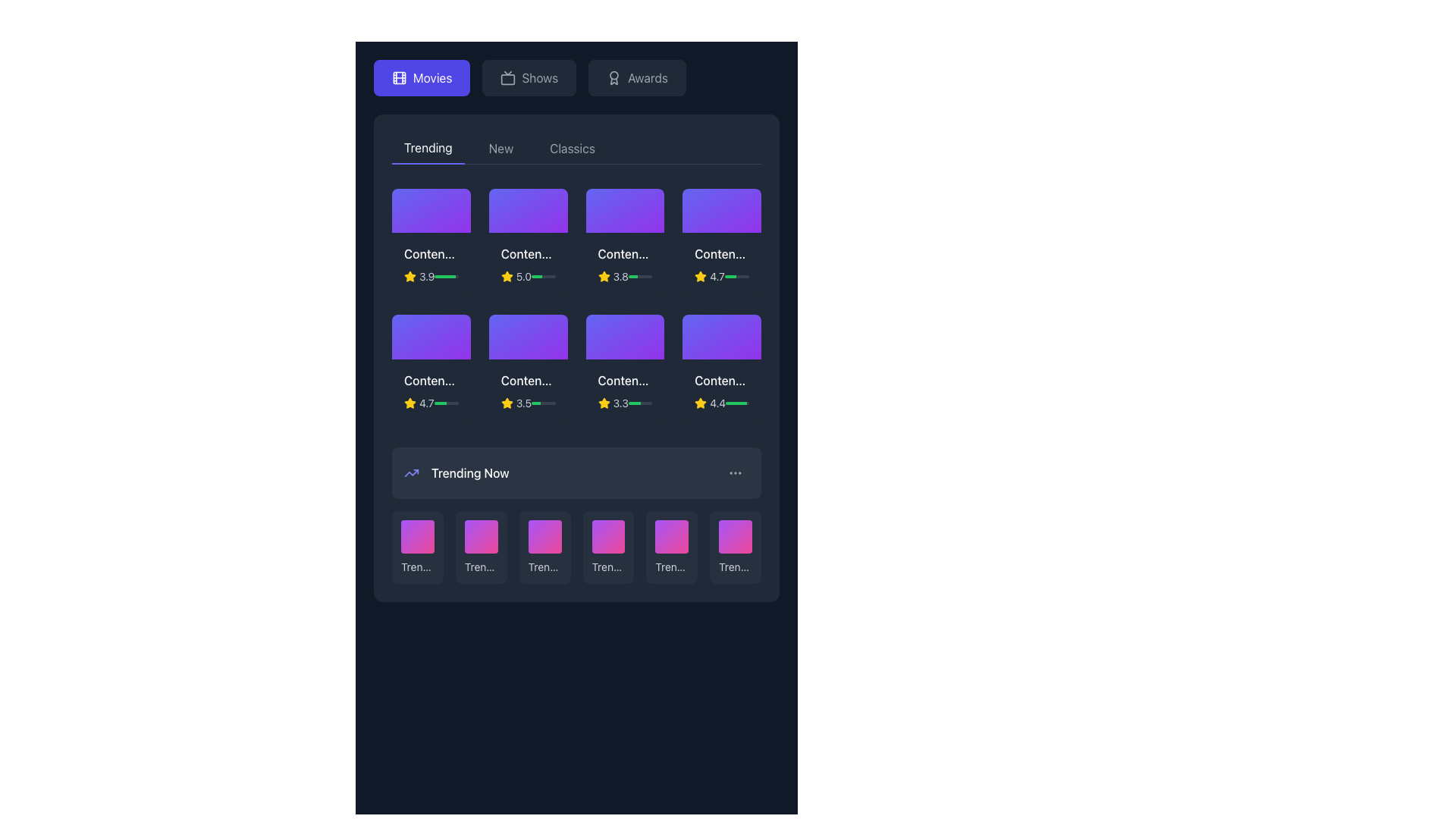  I want to click on the card labeled 'Content Title 7' located in the 'Trending' category subsection to interact with it, so click(625, 390).